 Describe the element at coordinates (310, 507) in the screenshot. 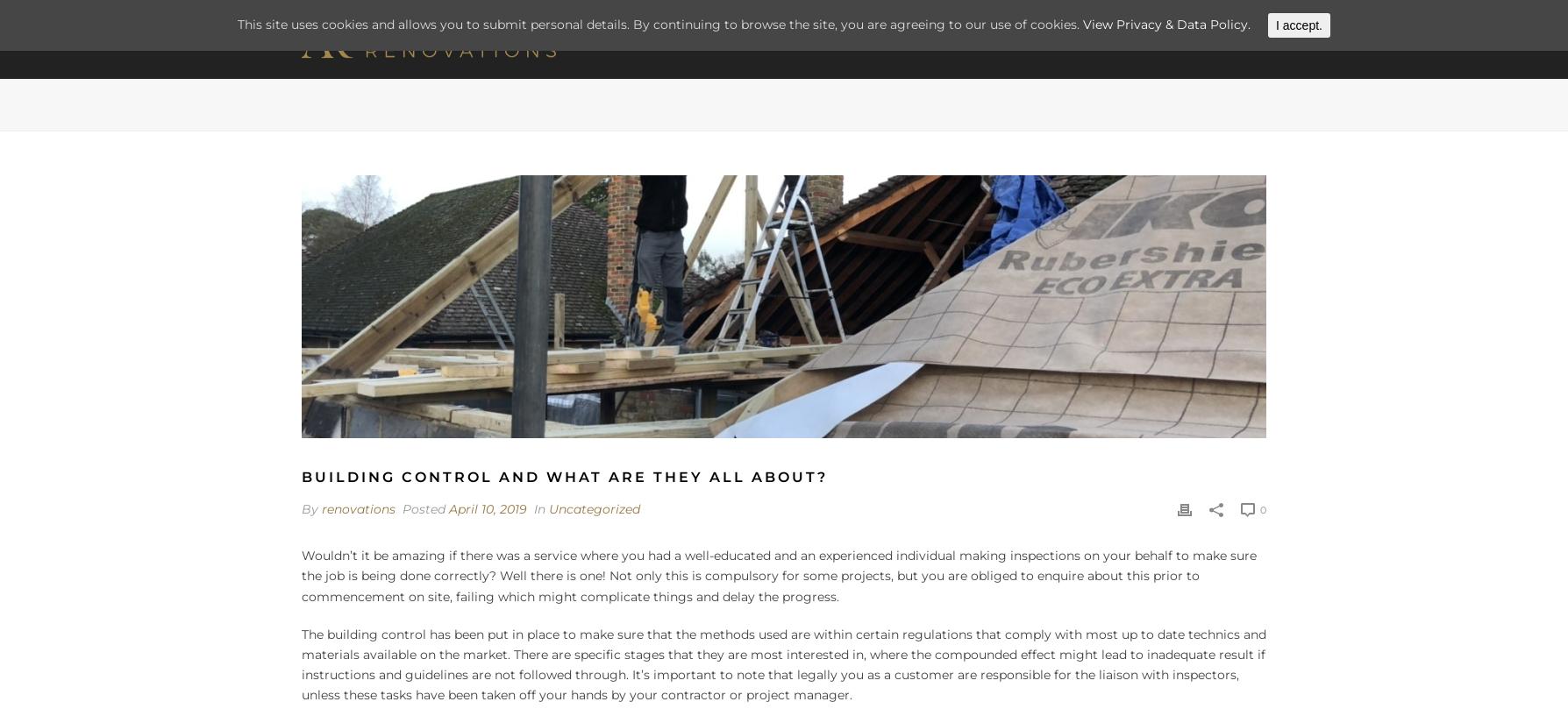

I see `'By'` at that location.